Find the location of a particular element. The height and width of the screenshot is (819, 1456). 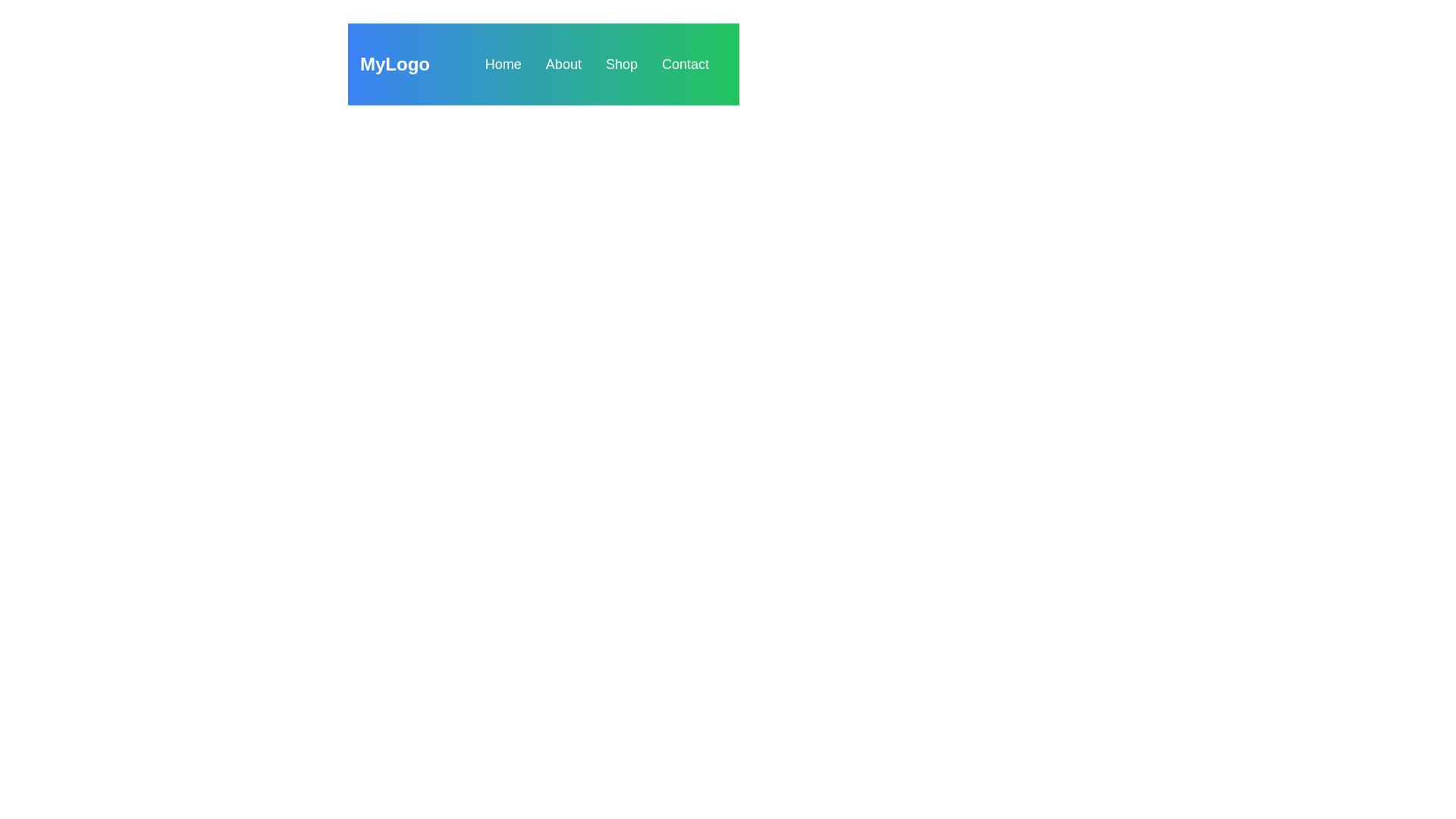

the 'About' hyperlink element located in the navigation bar to observe a style change, positioned between 'Home' and 'Shop' is located at coordinates (563, 63).